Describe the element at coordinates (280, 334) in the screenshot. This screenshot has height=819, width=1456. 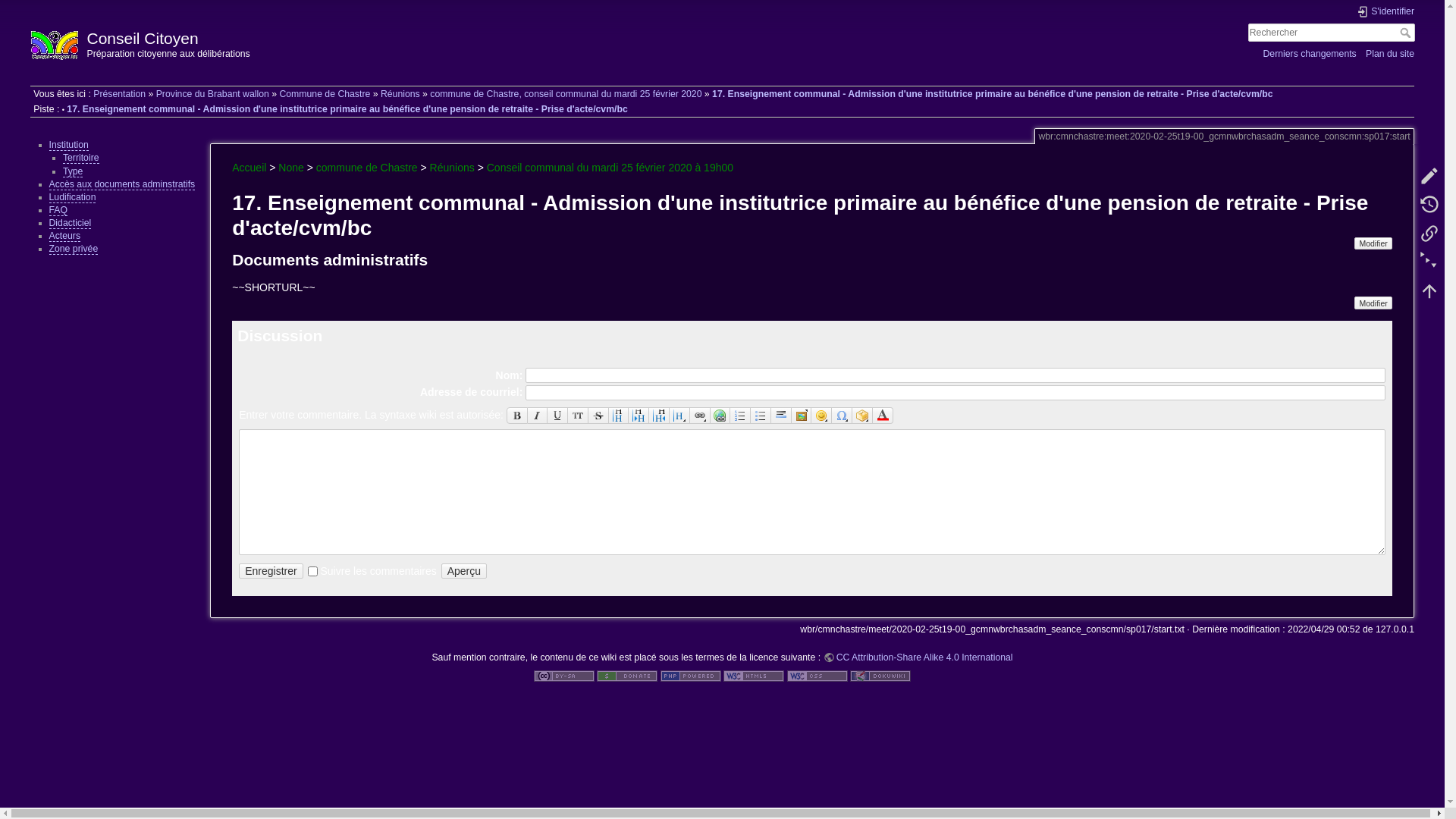
I see `'Discussion'` at that location.